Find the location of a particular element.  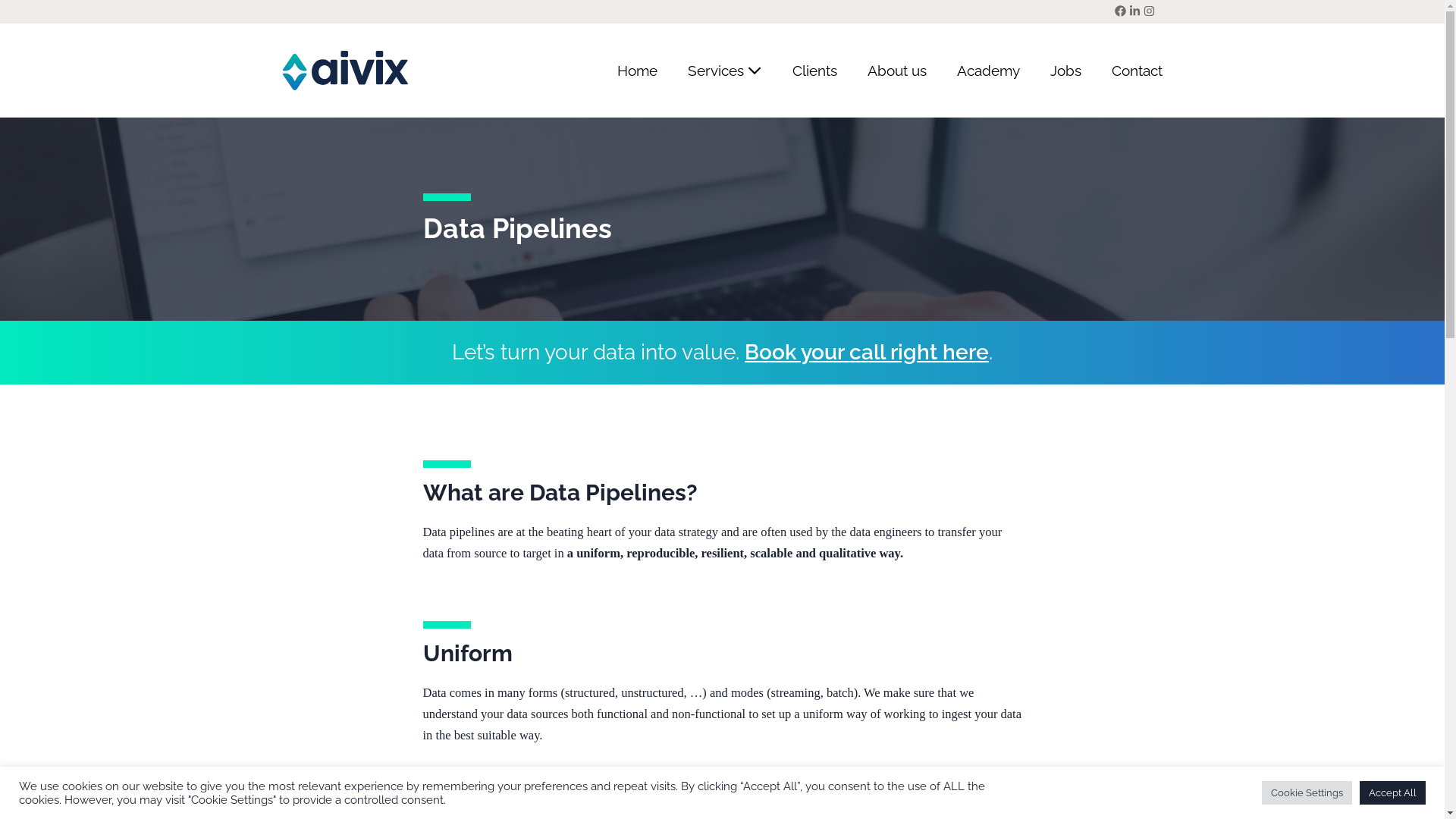

'Cookie Settings' is located at coordinates (1262, 792).